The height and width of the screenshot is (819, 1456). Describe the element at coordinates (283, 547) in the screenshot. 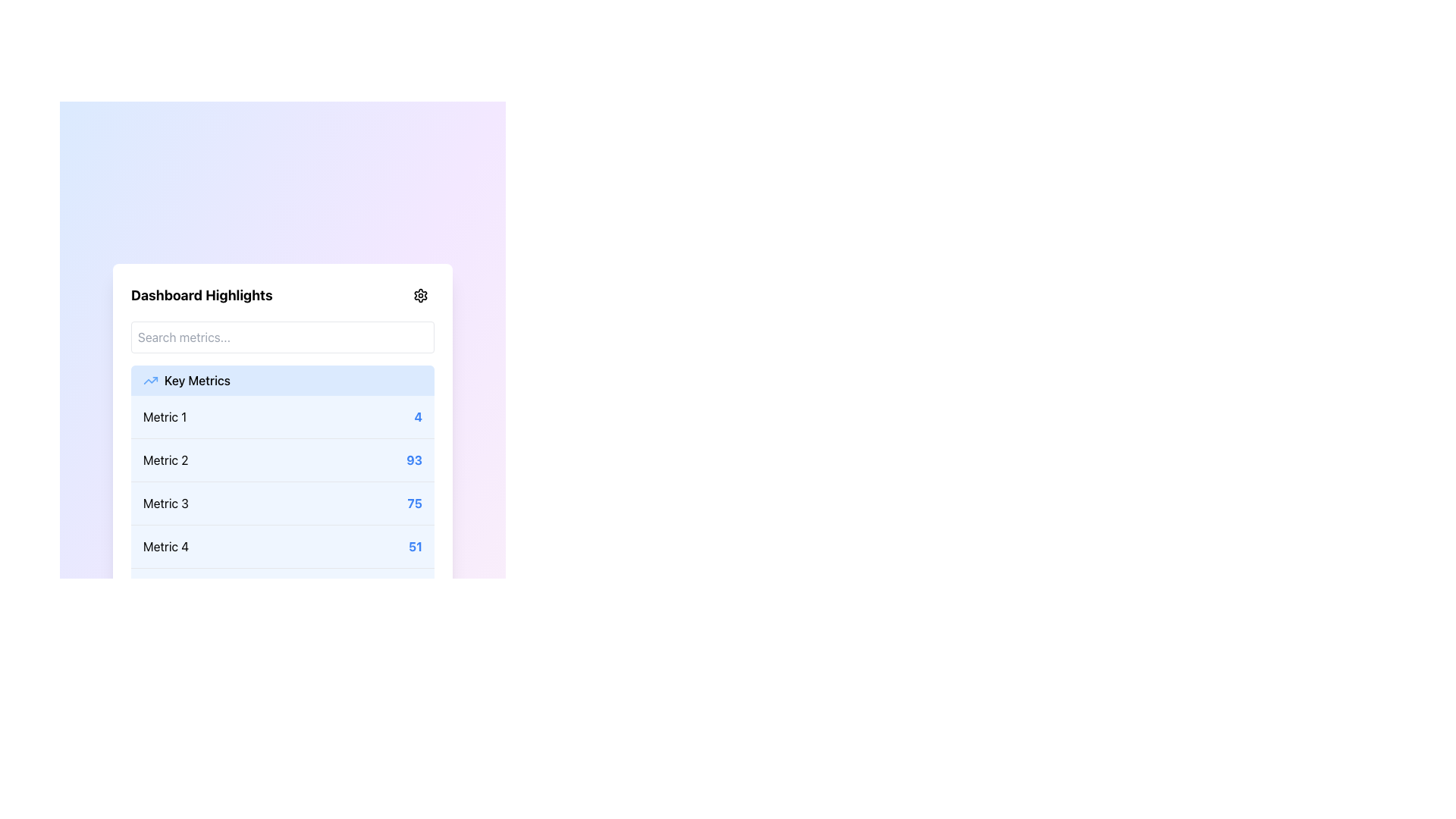

I see `the text-based list item displaying a metric label and value` at that location.